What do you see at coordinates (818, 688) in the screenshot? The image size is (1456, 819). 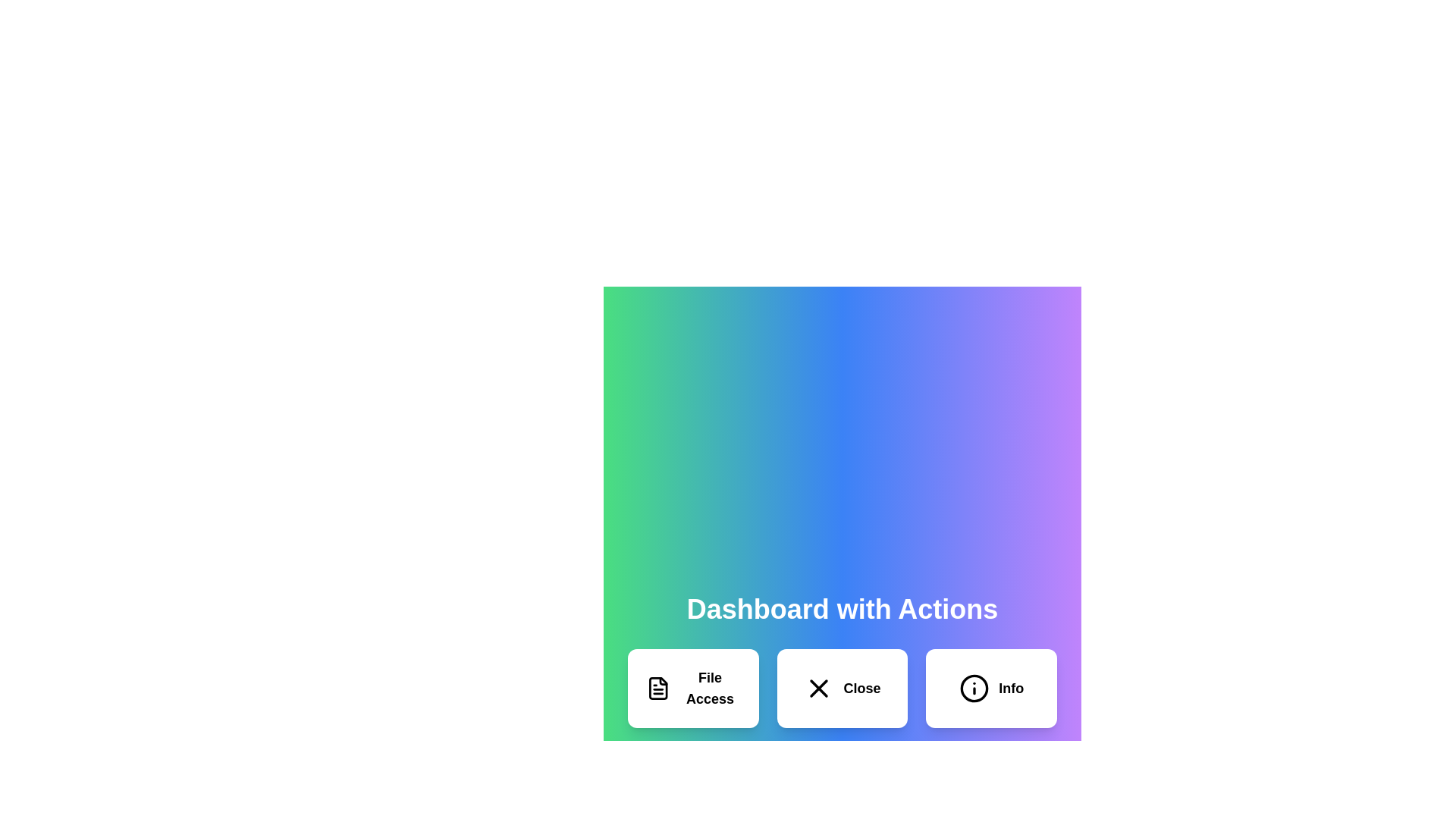 I see `the 'Close' icon located inside the second button from the left among three buttons at the bottom of a colorful gradient background` at bounding box center [818, 688].